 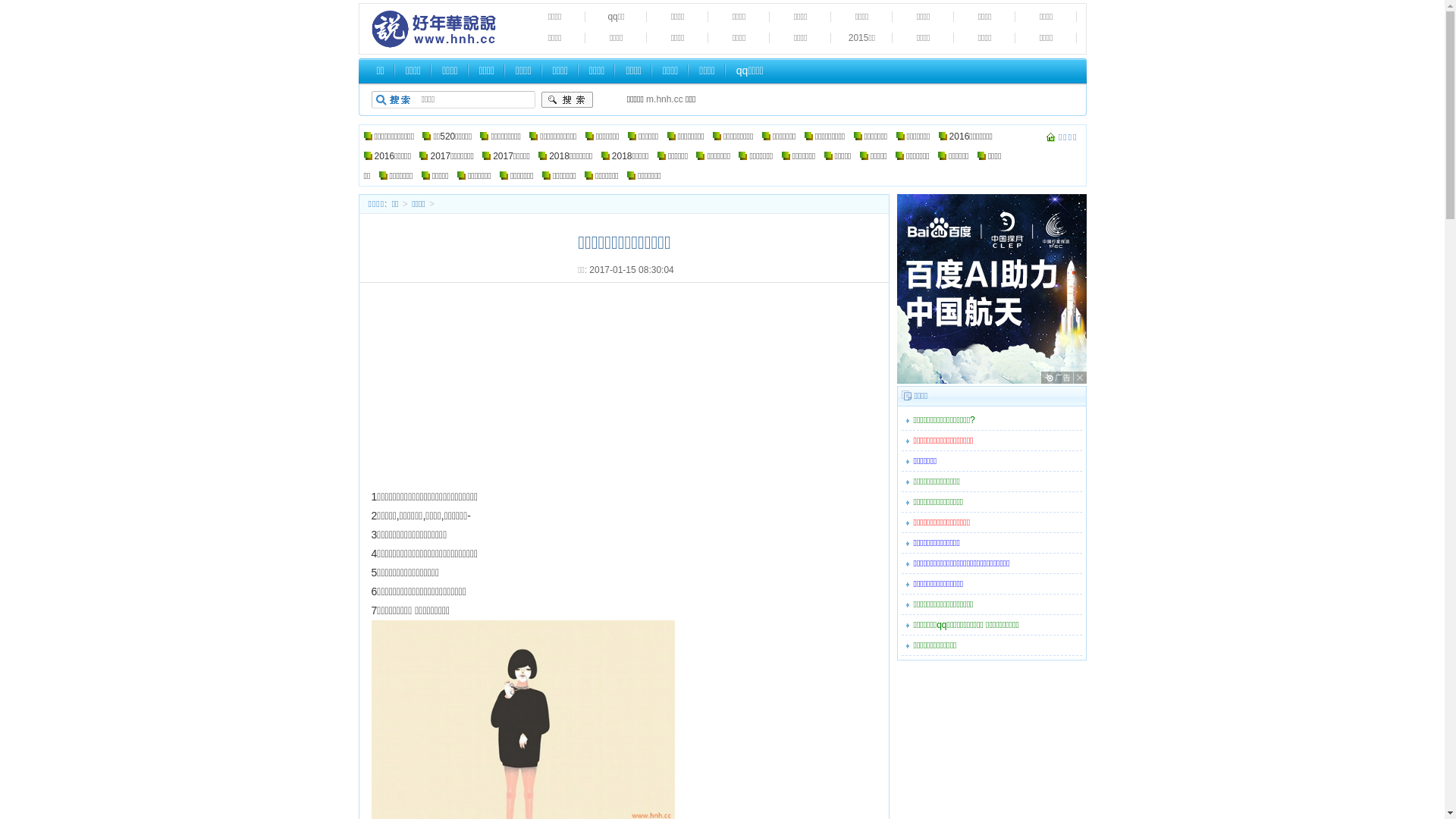 I want to click on 'm.hnh.cc', so click(x=664, y=99).